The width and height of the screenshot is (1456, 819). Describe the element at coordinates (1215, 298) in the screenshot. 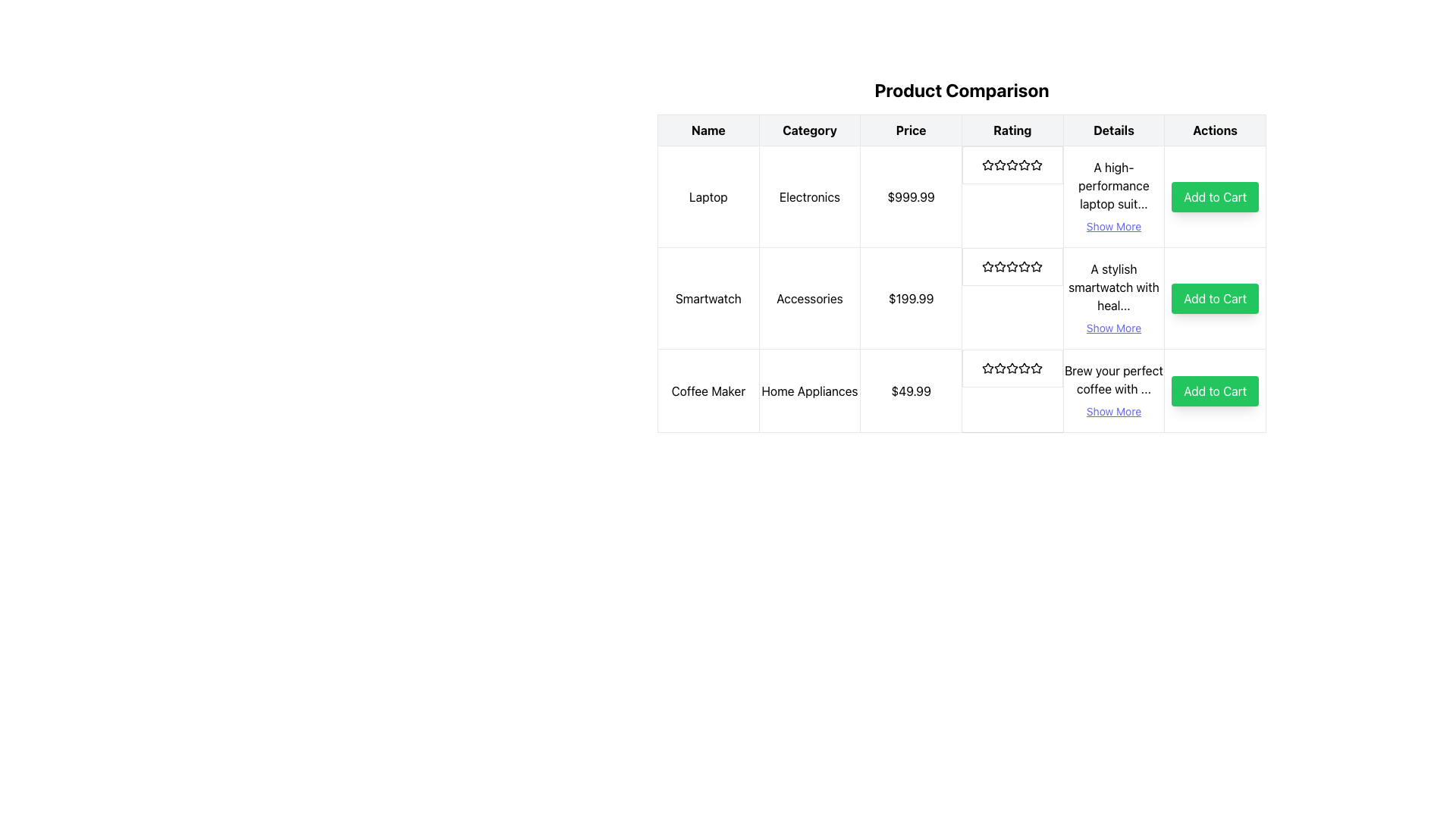

I see `the 'Add Smartwatch to Cart' button located` at that location.